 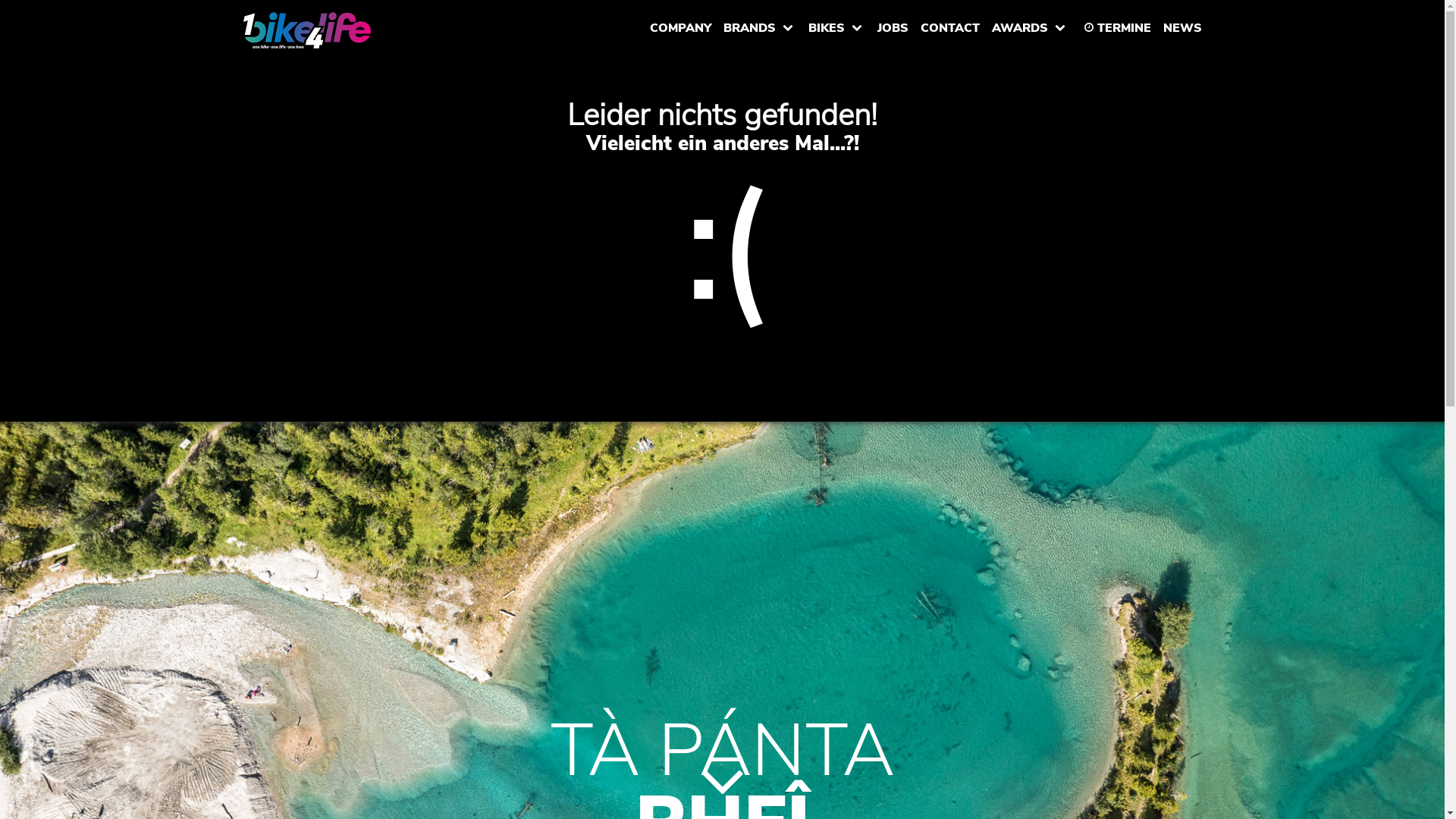 What do you see at coordinates (1030, 27) in the screenshot?
I see `'AWARDS'` at bounding box center [1030, 27].